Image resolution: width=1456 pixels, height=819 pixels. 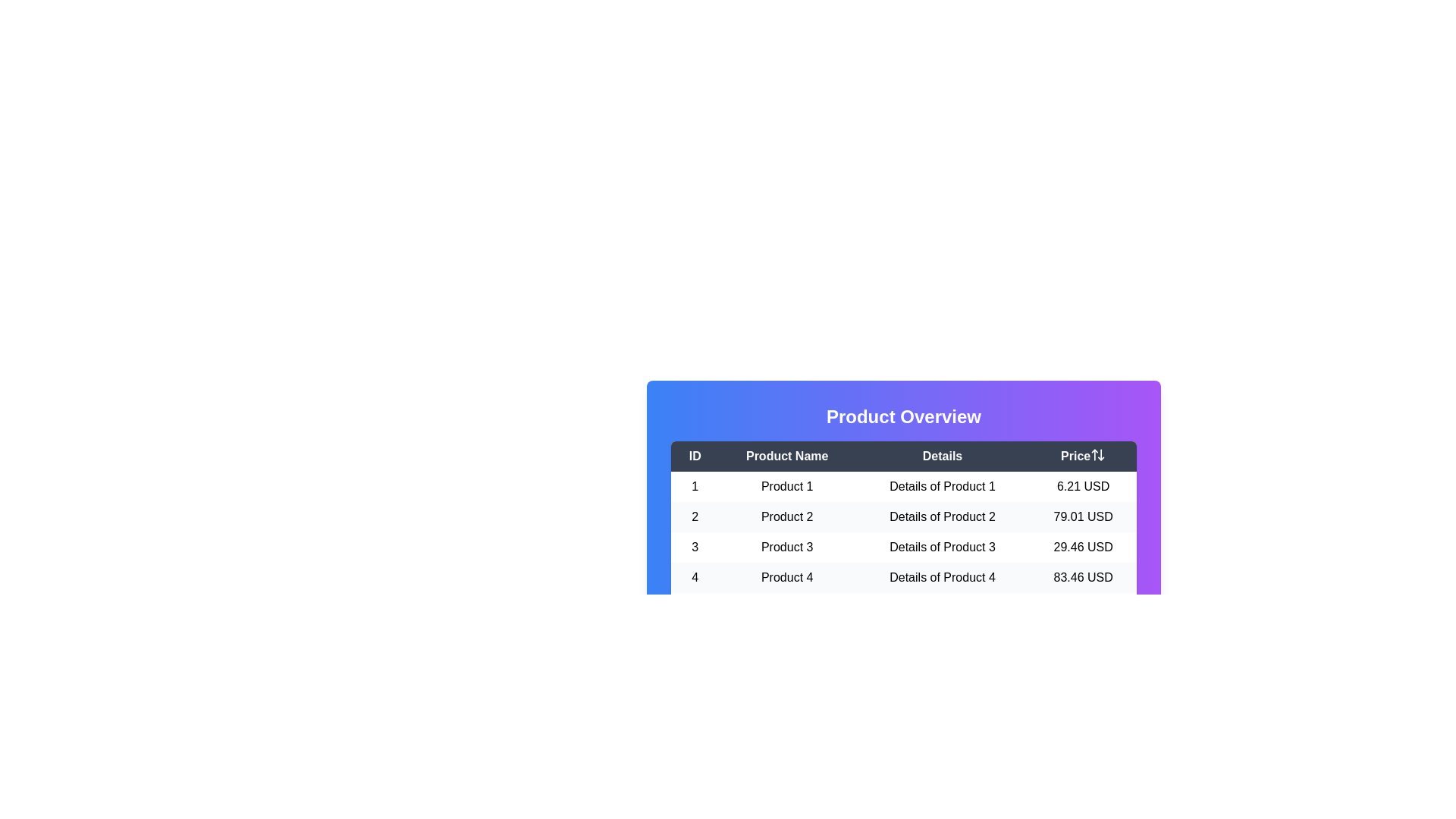 I want to click on the 'Price' column header to sort the table rows, so click(x=1082, y=455).